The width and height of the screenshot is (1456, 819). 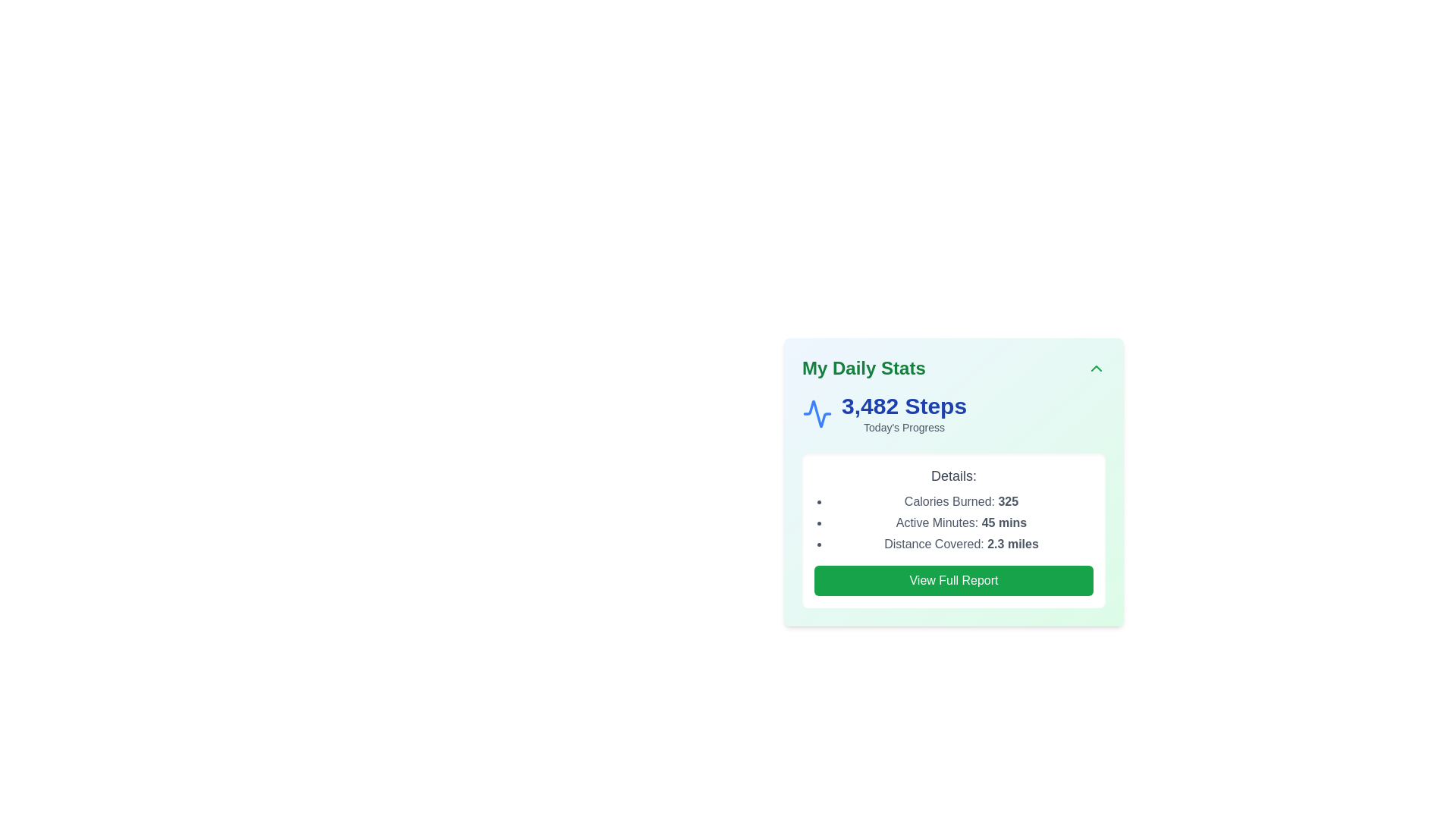 I want to click on detailed health statistics displayed in the Information Panel located below the '3,482 Steps' section in the 'My Daily Stats' card, so click(x=952, y=529).